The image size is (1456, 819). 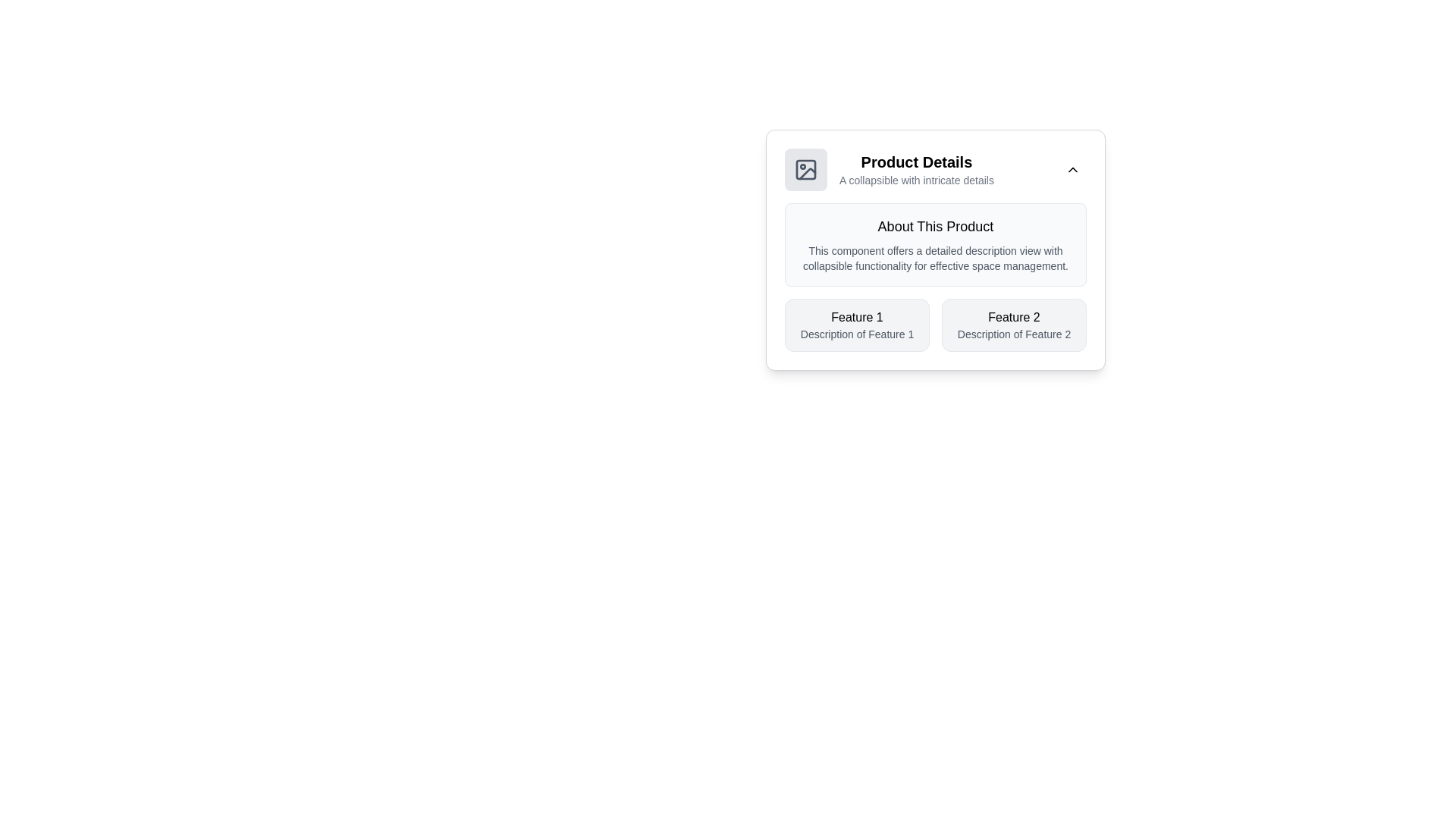 I want to click on text element providing supplementary details for 'Feature 1' located directly below the 'Feature 1' heading, to gather further information, so click(x=857, y=333).